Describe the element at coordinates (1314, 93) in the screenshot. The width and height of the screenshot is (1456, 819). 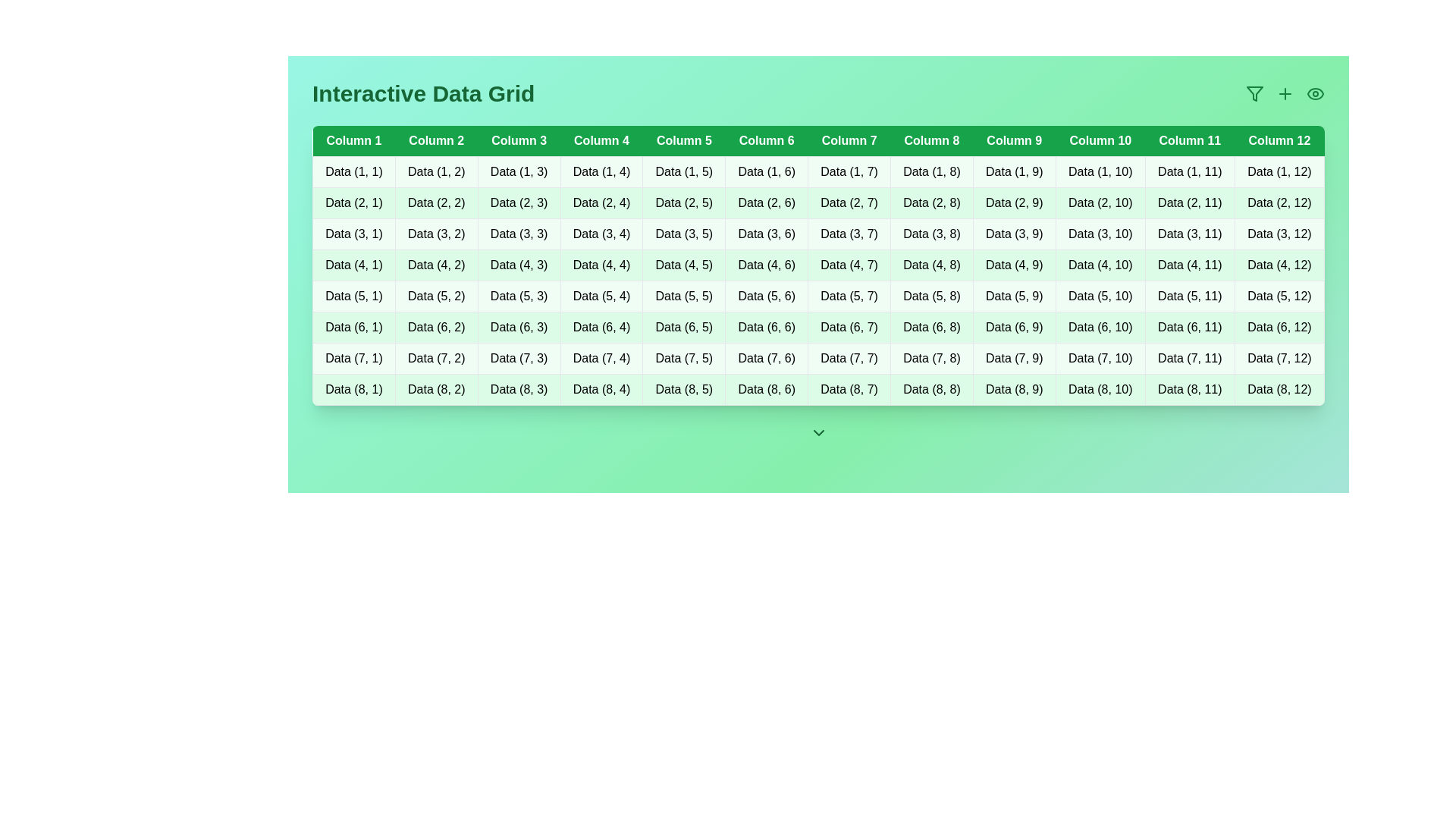
I see `the eye icon to toggle the visibility of the data grid` at that location.